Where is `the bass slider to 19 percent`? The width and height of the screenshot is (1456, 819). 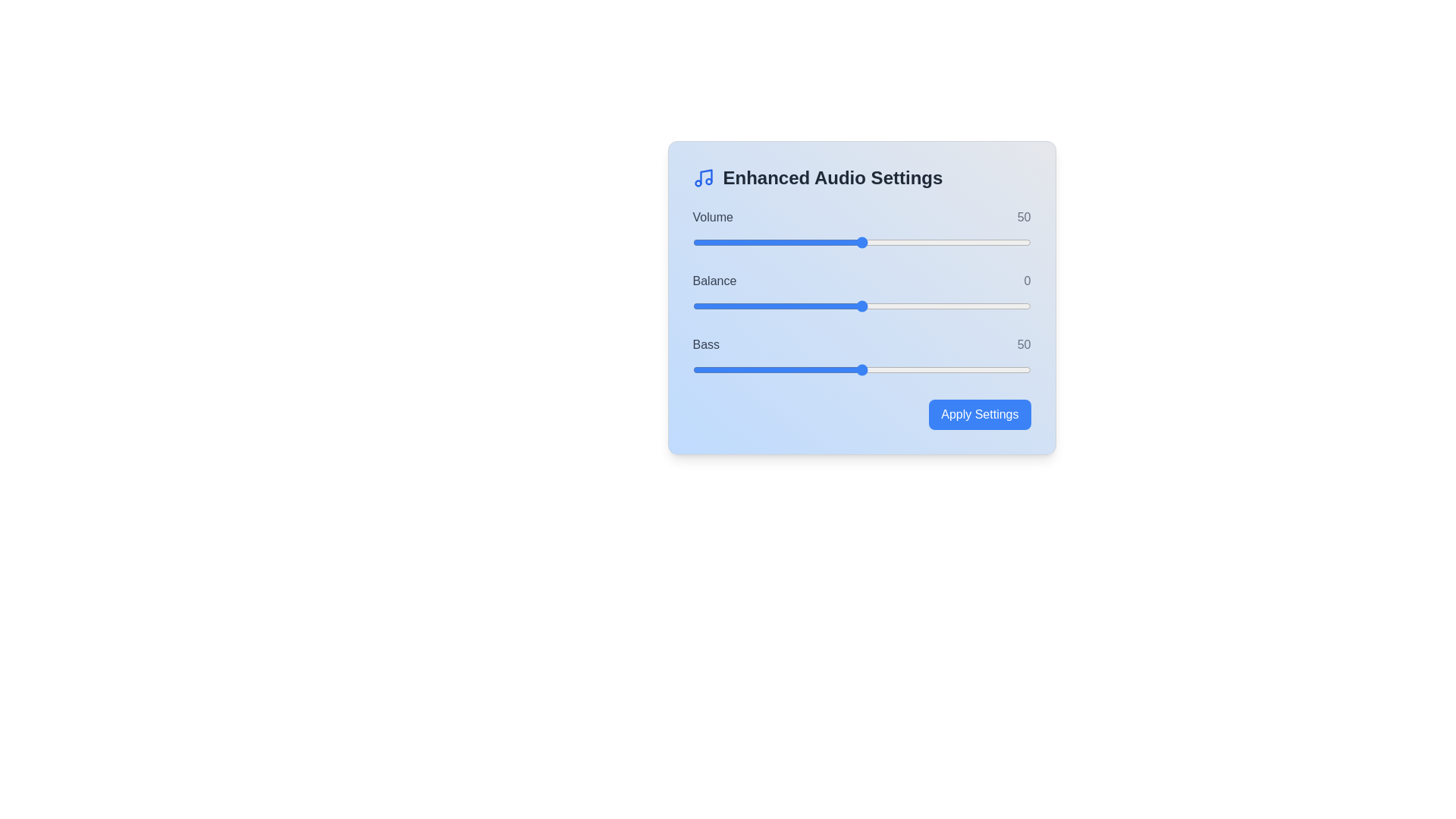
the bass slider to 19 percent is located at coordinates (757, 370).